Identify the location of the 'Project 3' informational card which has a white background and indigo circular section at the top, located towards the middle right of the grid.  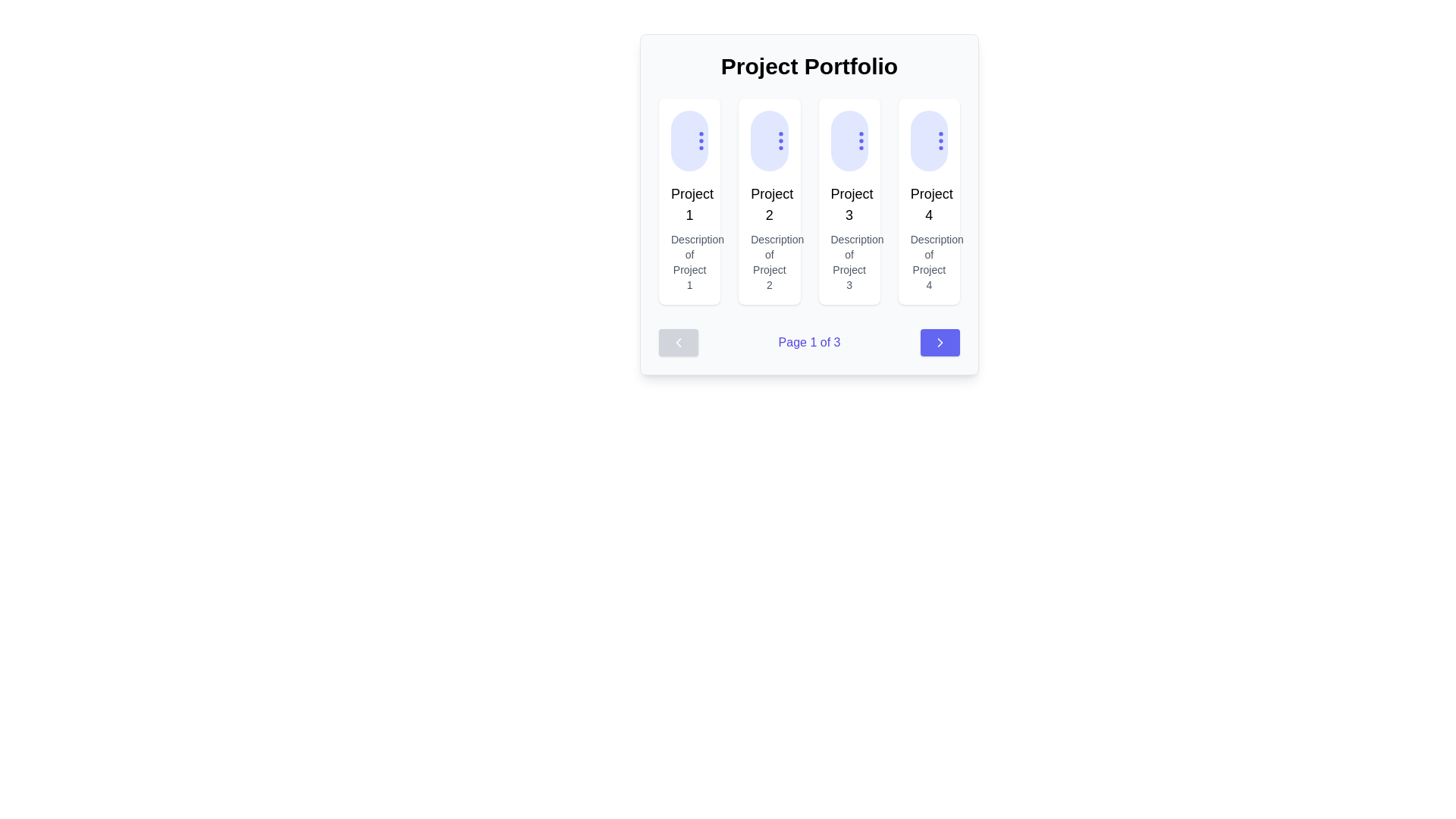
(849, 201).